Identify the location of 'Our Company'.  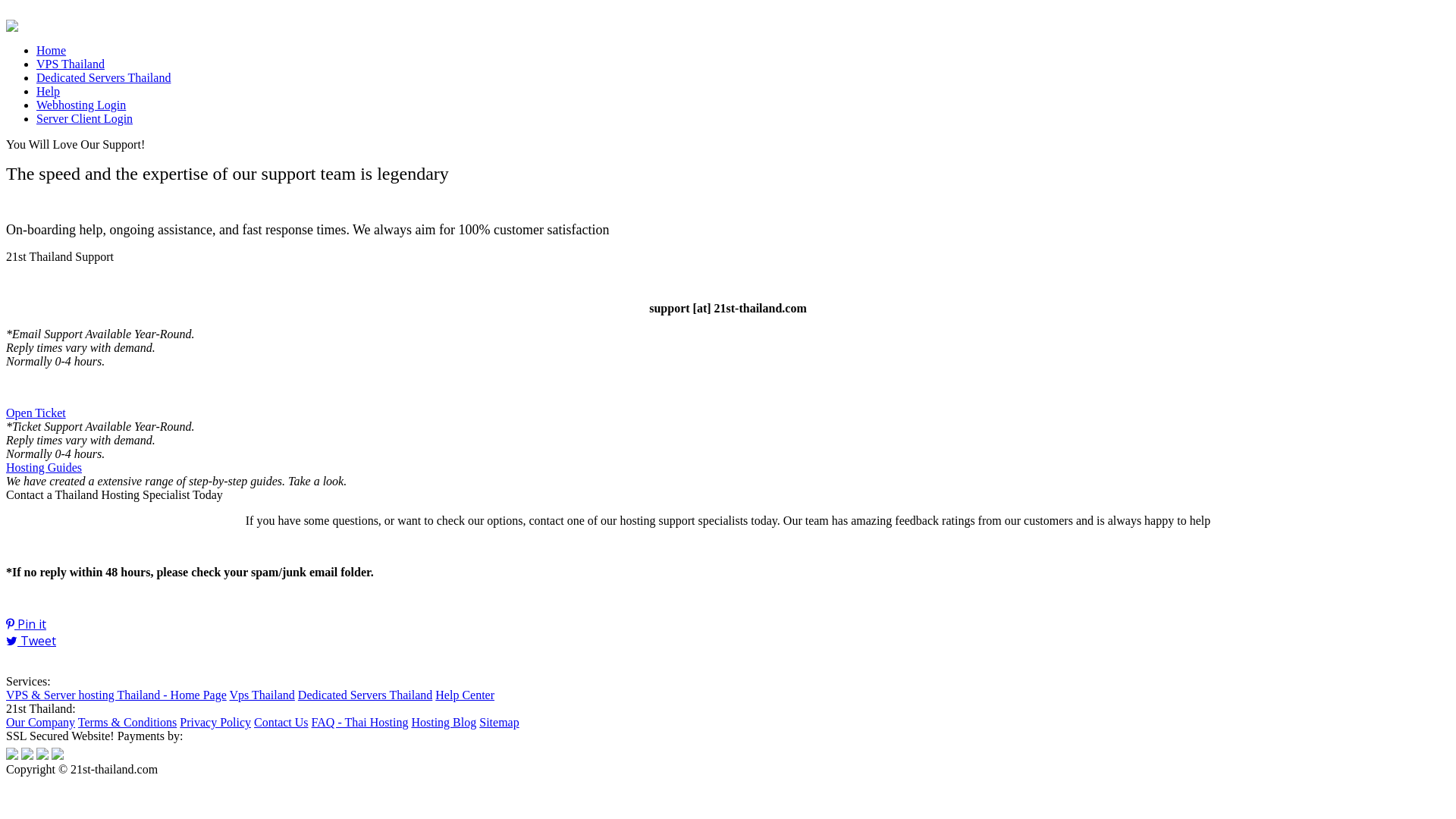
(6, 721).